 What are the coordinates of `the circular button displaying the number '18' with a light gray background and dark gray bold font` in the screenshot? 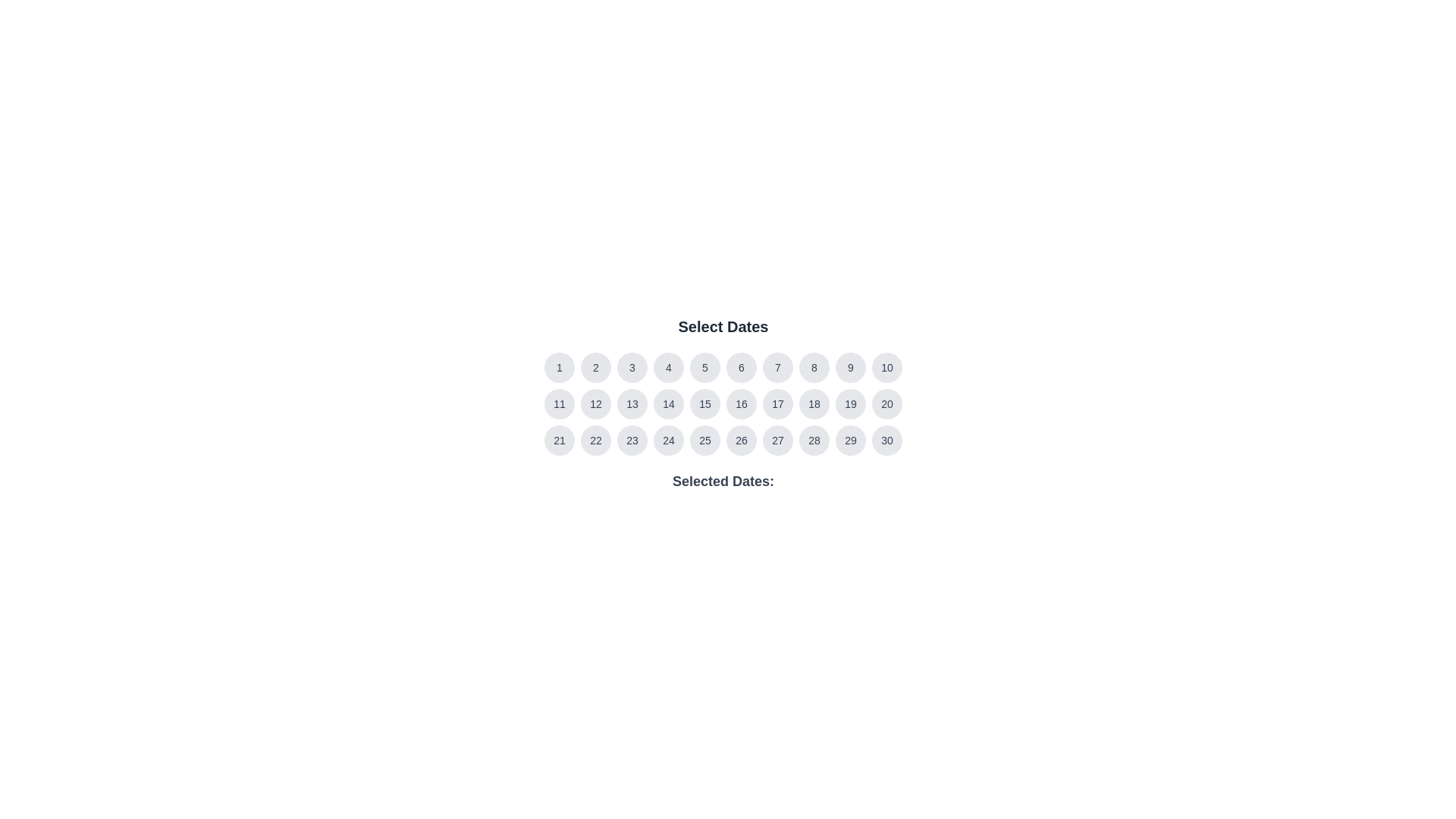 It's located at (814, 403).